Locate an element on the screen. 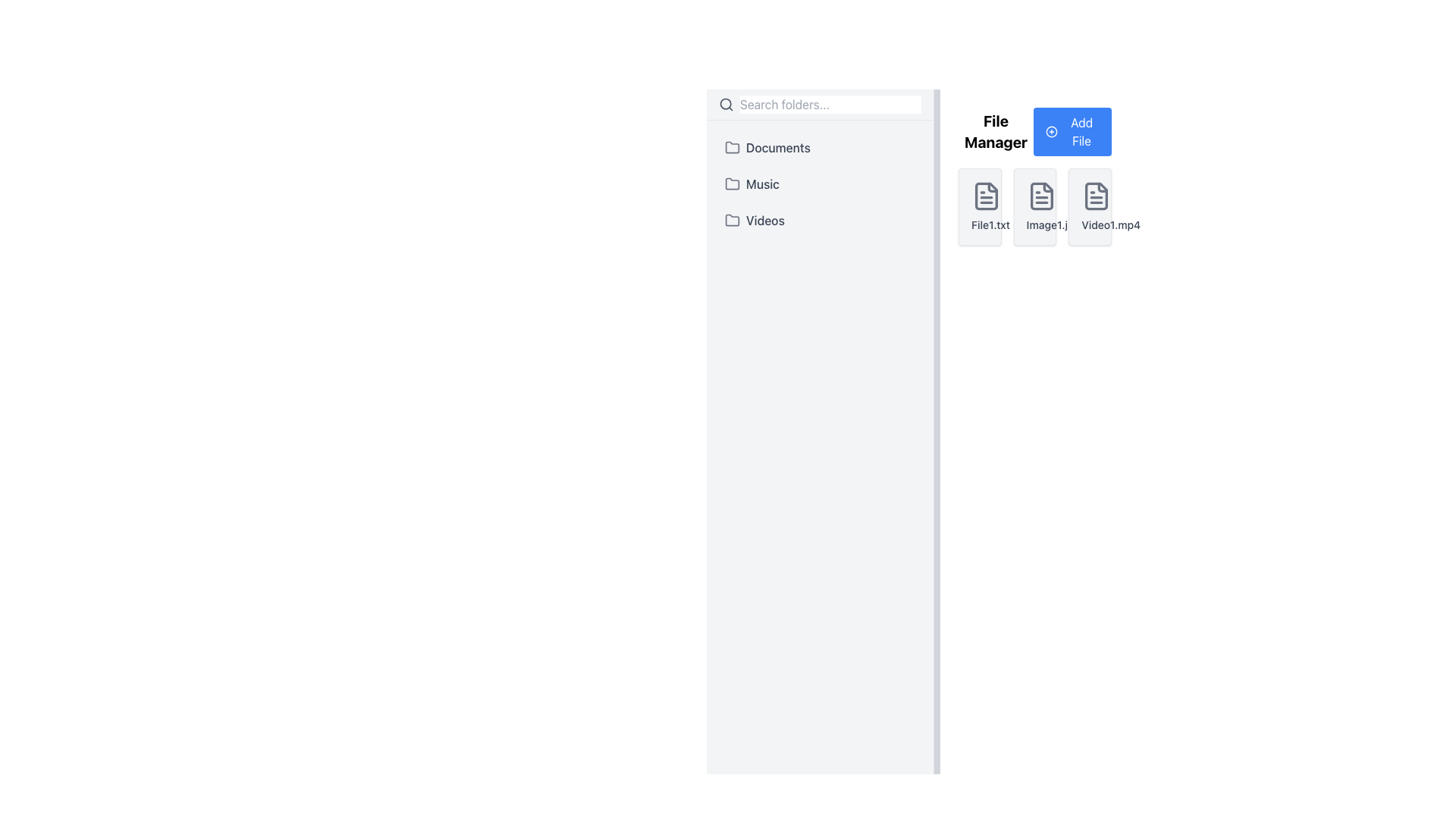  the text label displaying 'File1.txt', which is styled in gray with a small font size and located centrally below a document icon is located at coordinates (980, 225).